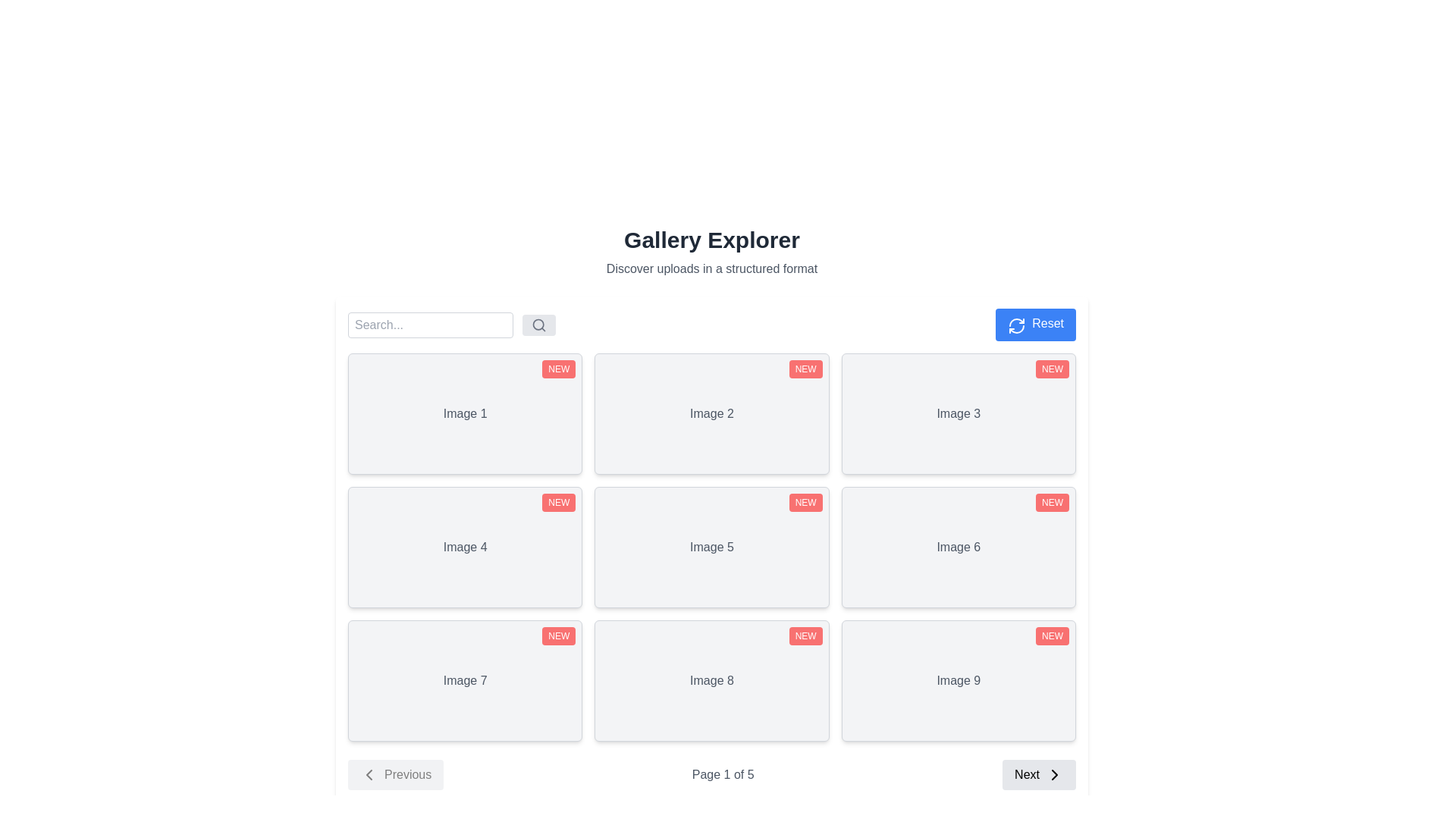 This screenshot has height=819, width=1456. I want to click on the left-pointing chevron icon adjacent to the 'Previous' button text, so click(369, 775).